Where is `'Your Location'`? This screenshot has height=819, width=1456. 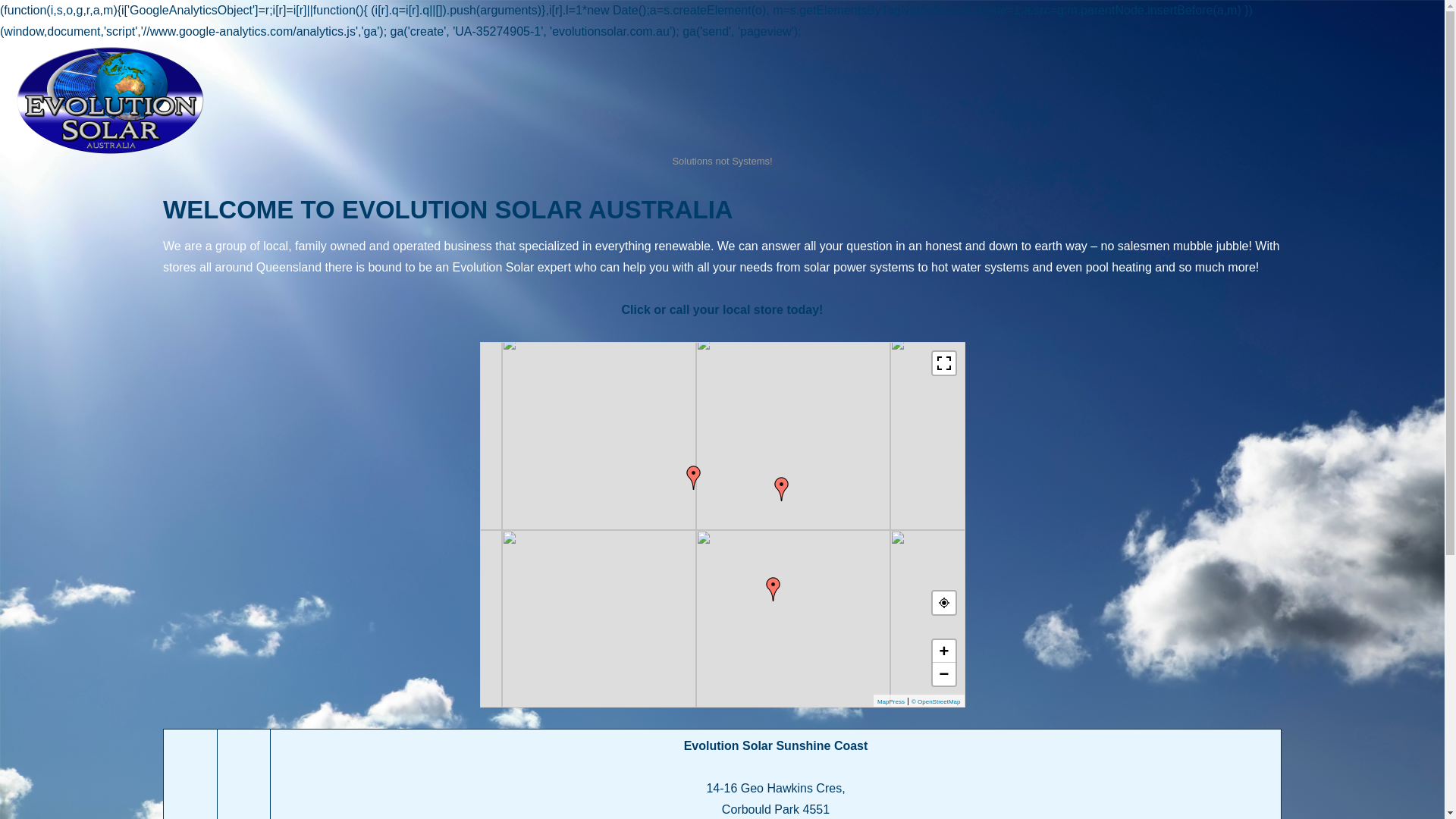
'Your Location' is located at coordinates (943, 601).